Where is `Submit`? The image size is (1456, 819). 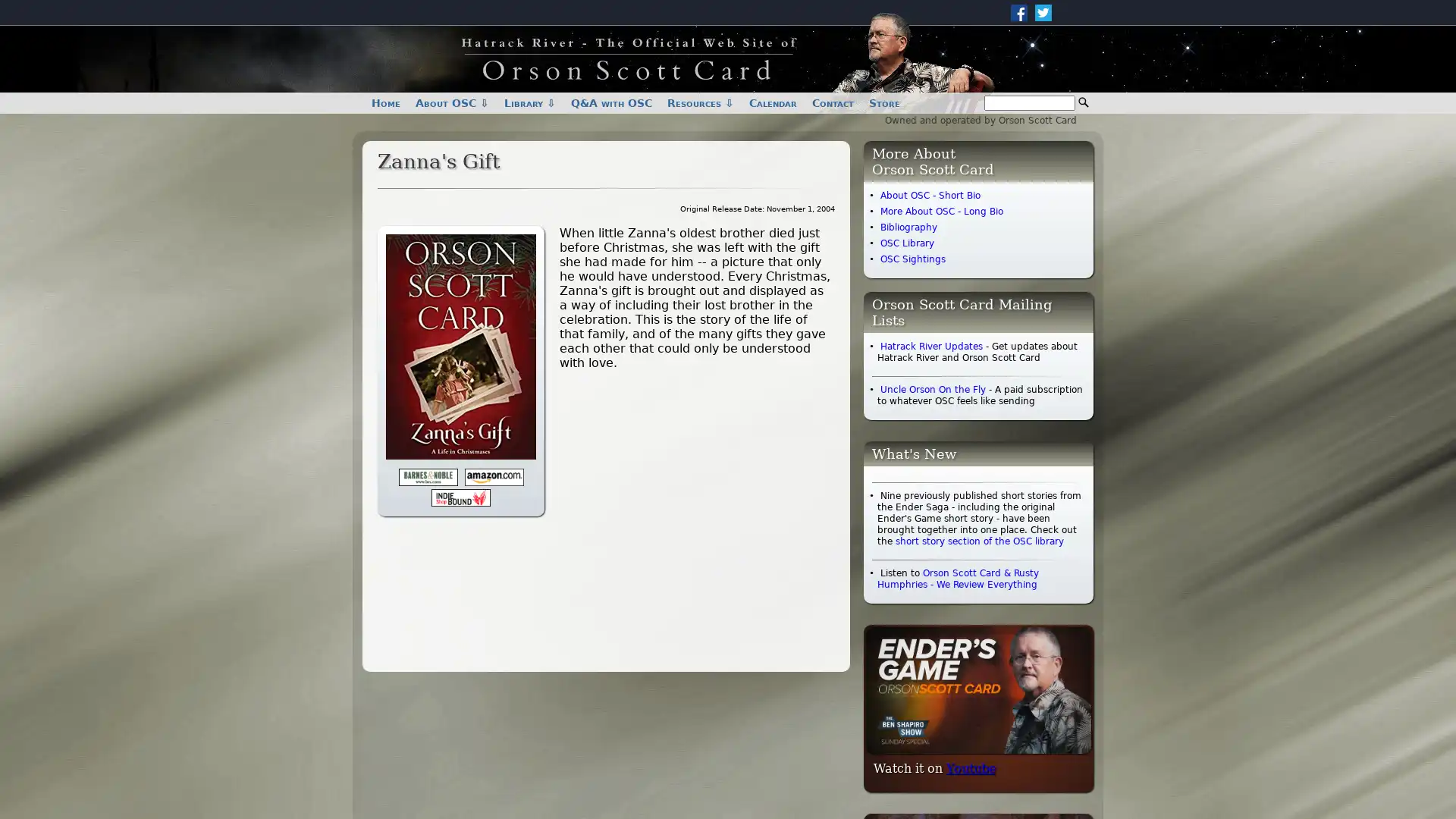
Submit is located at coordinates (1083, 102).